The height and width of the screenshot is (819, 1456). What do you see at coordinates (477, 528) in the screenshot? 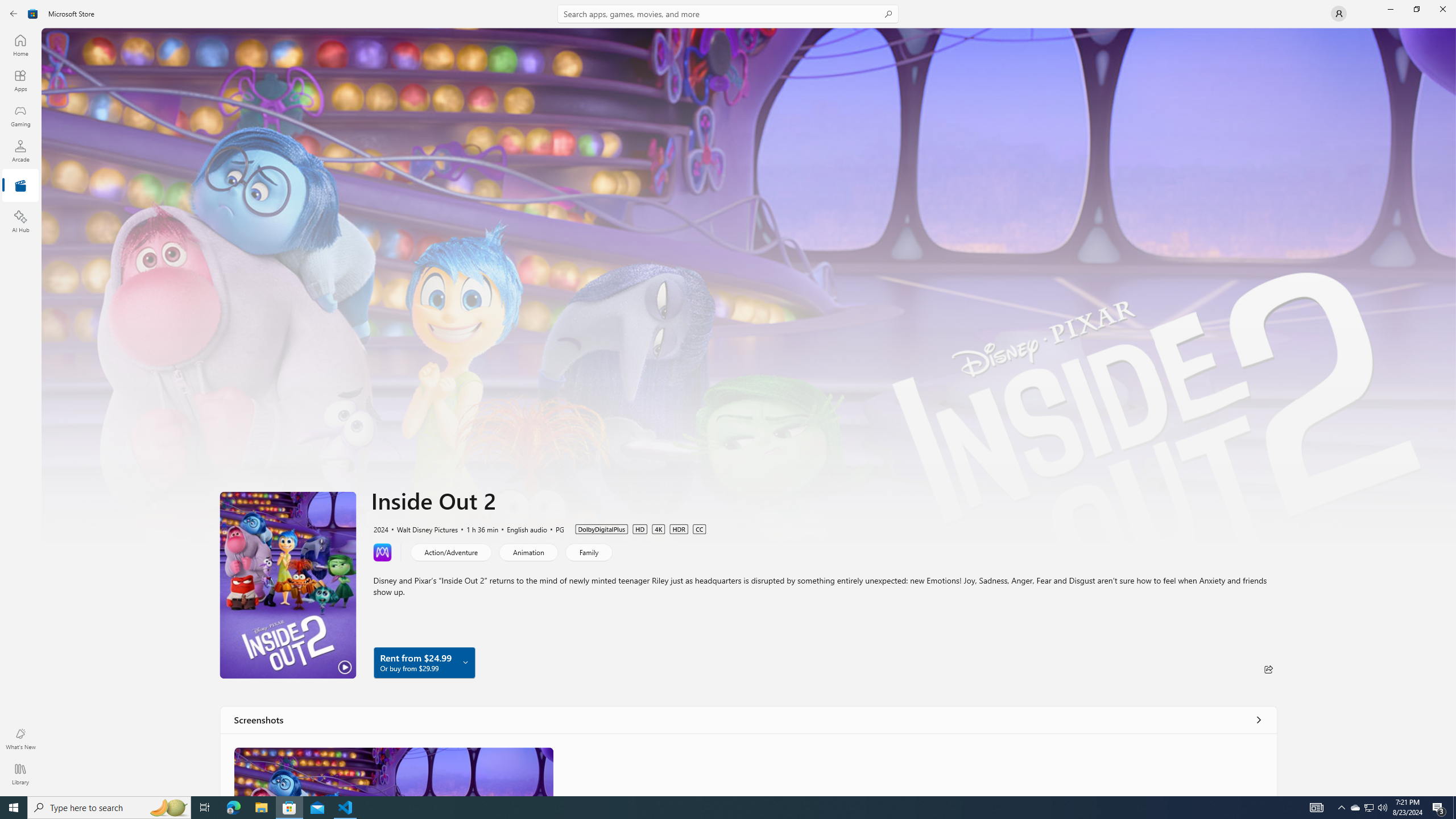
I see `'1 h 36 min'` at bounding box center [477, 528].